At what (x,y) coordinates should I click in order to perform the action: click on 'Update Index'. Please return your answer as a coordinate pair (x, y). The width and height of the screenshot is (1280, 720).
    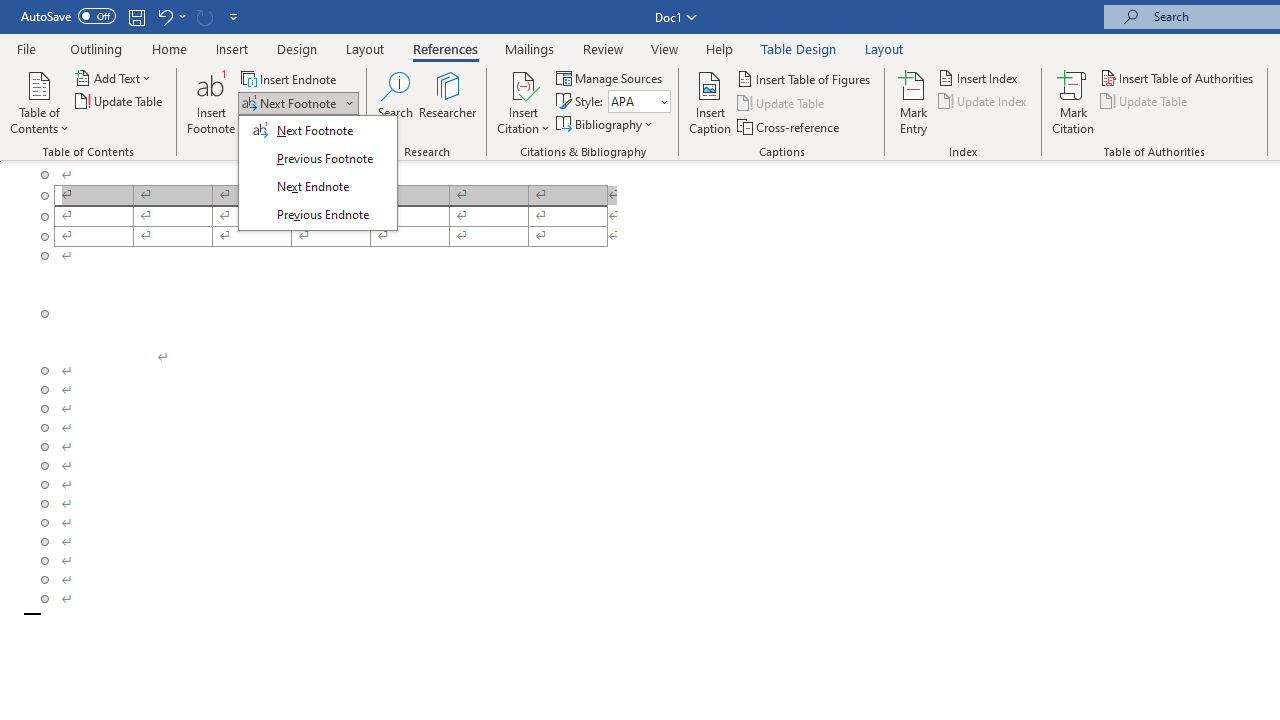
    Looking at the image, I should click on (984, 101).